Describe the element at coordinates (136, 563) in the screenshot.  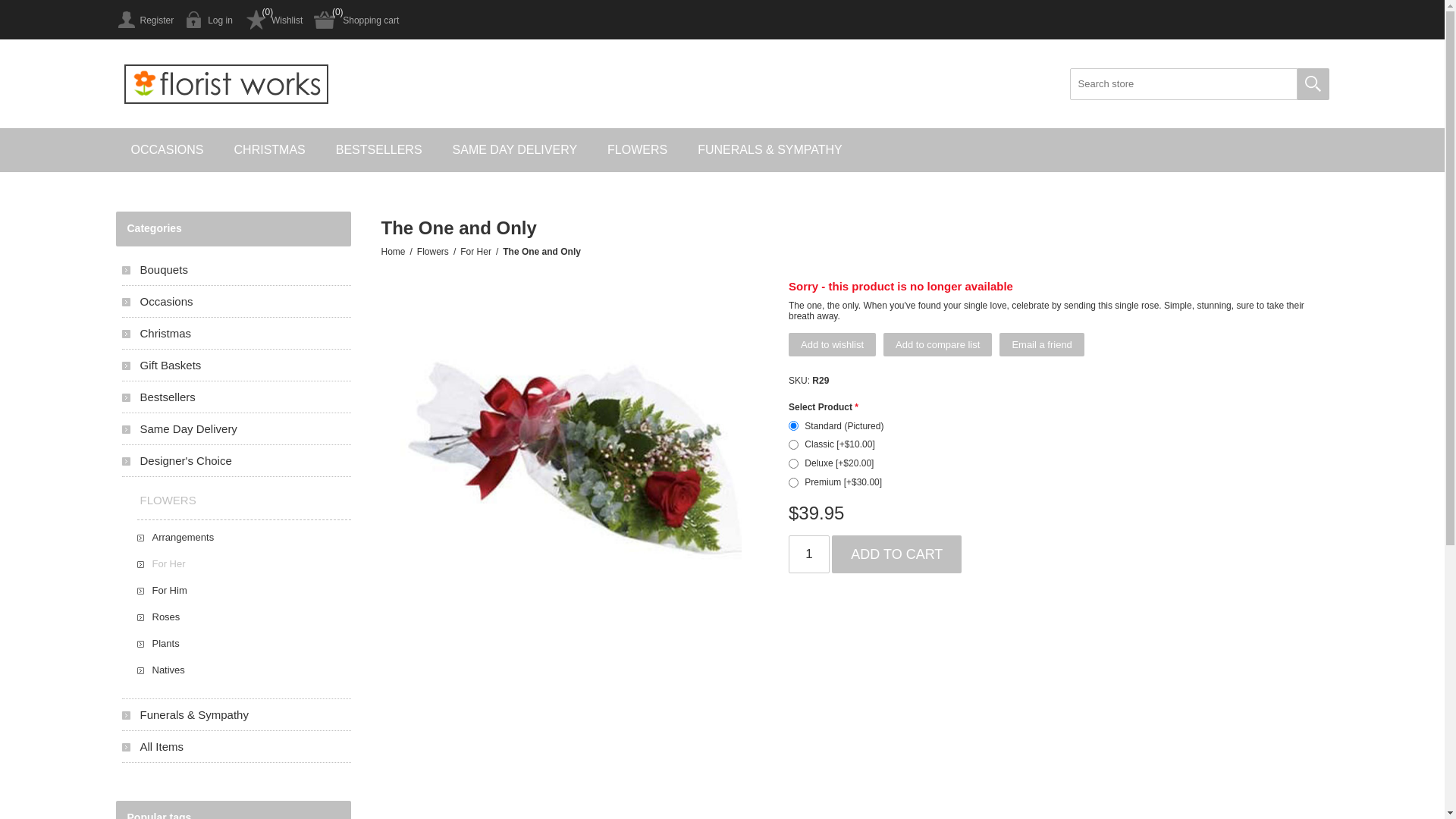
I see `'For Her'` at that location.